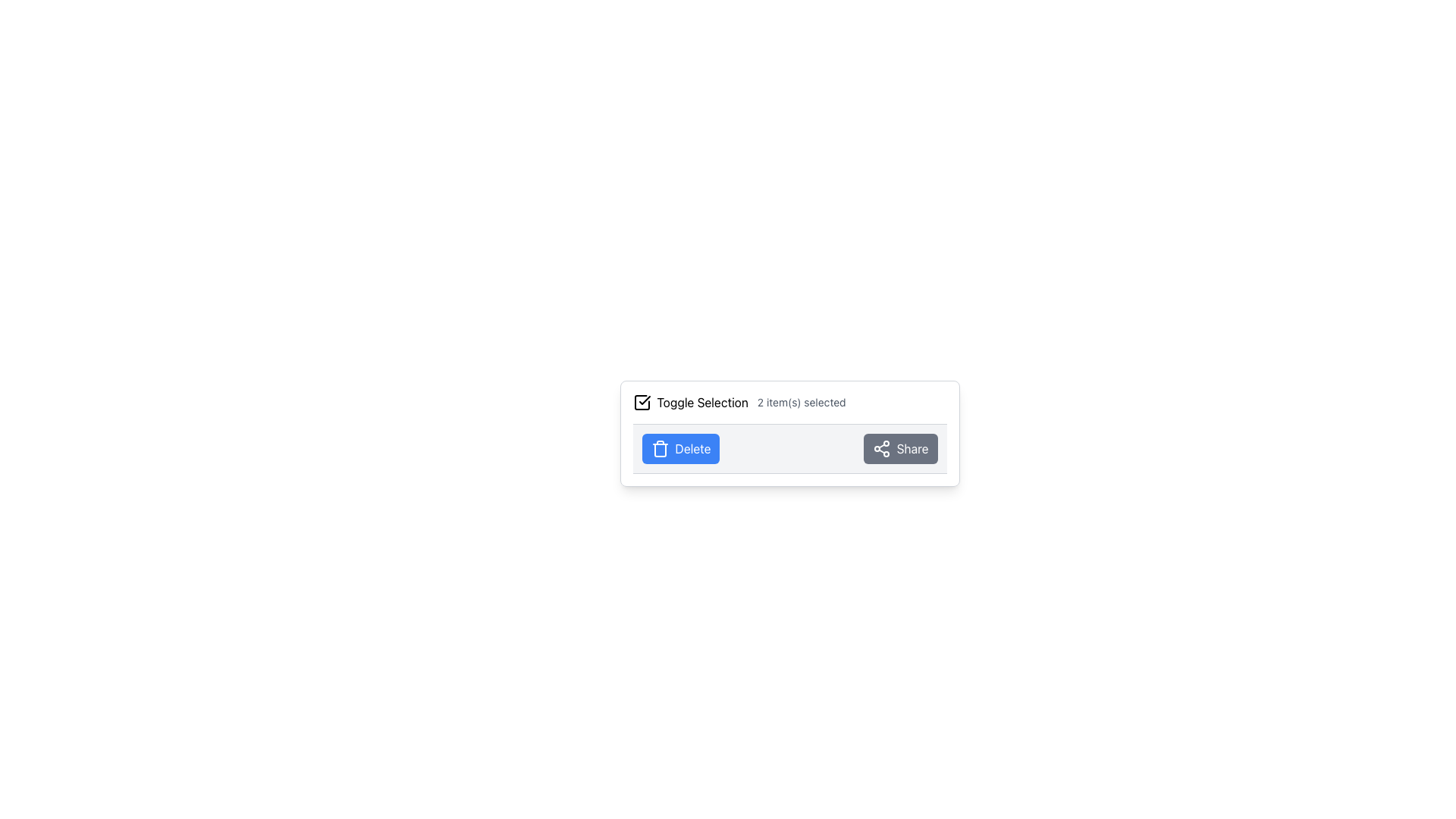 This screenshot has height=819, width=1456. I want to click on the Text Label that displays the current number of selected items, located to the right of the 'Toggle Selection' label and slightly above the 'Delete' and 'Share' buttons, so click(801, 402).